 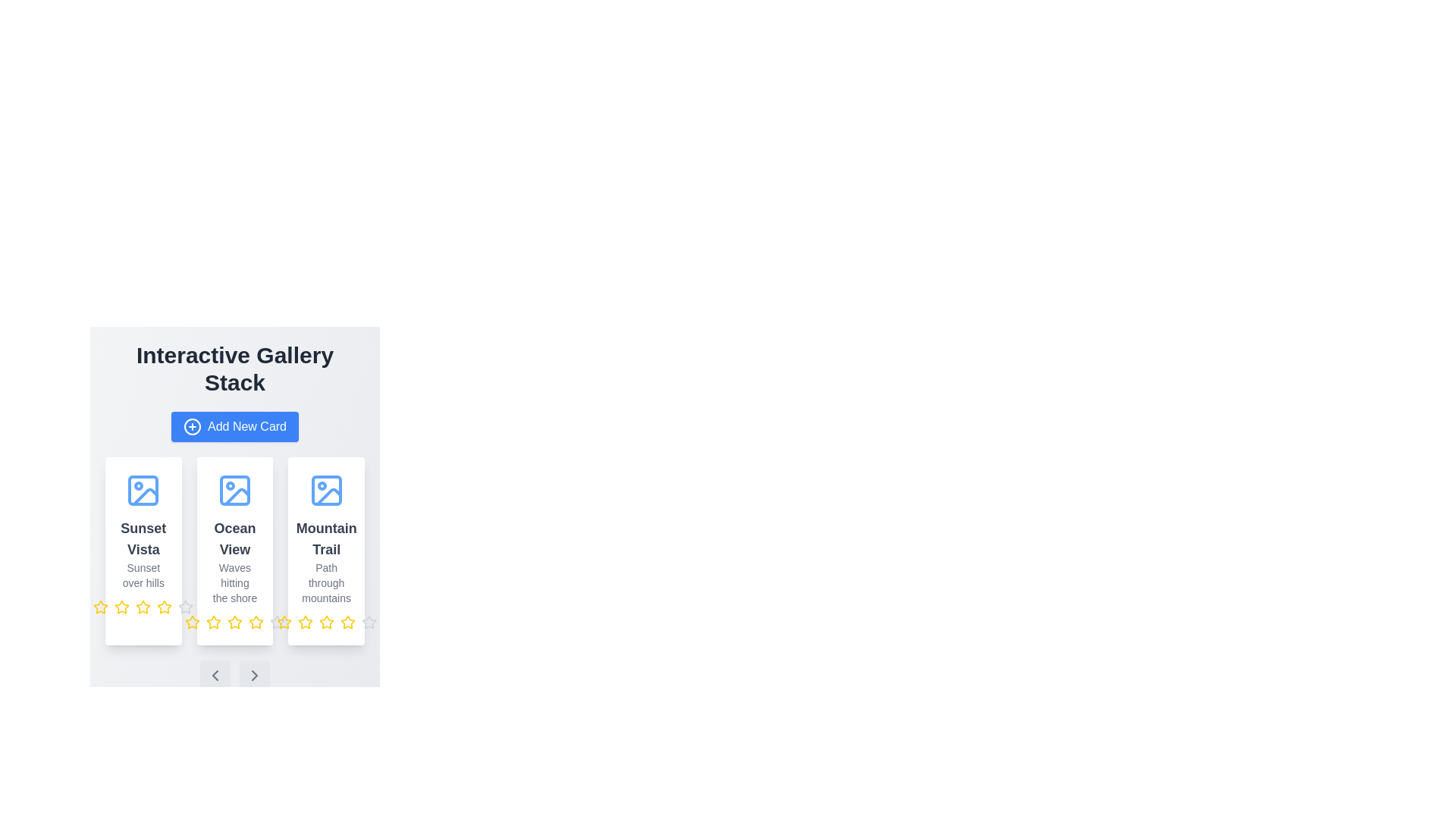 I want to click on the Navigation controls for the carousel or image gallery using keyboard navigation, so click(x=234, y=675).